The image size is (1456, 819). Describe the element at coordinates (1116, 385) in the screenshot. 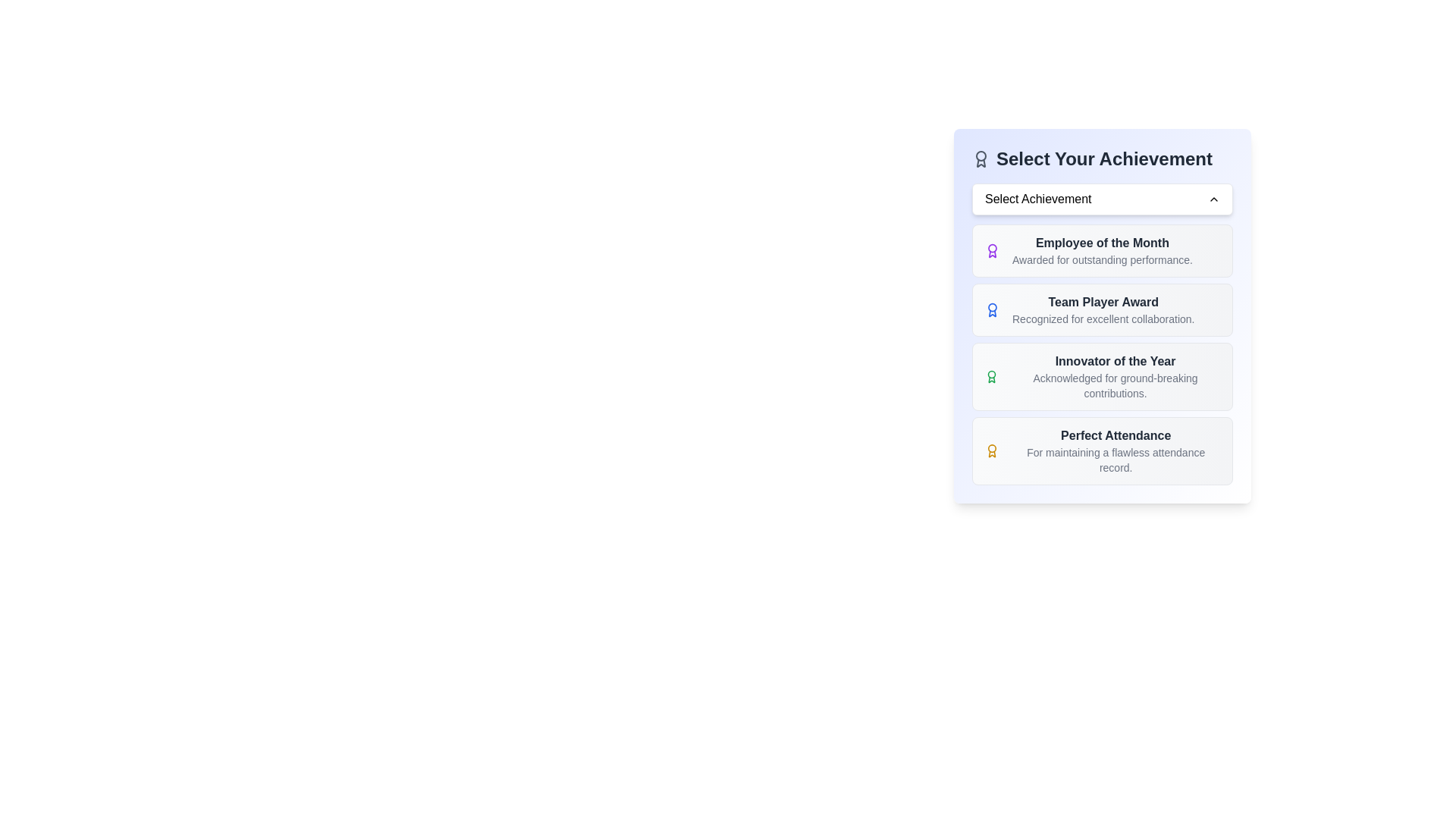

I see `descriptive text about the accolade 'Innovator of the Year' located at the lower segment of the card, centered horizontally beneath the title` at that location.